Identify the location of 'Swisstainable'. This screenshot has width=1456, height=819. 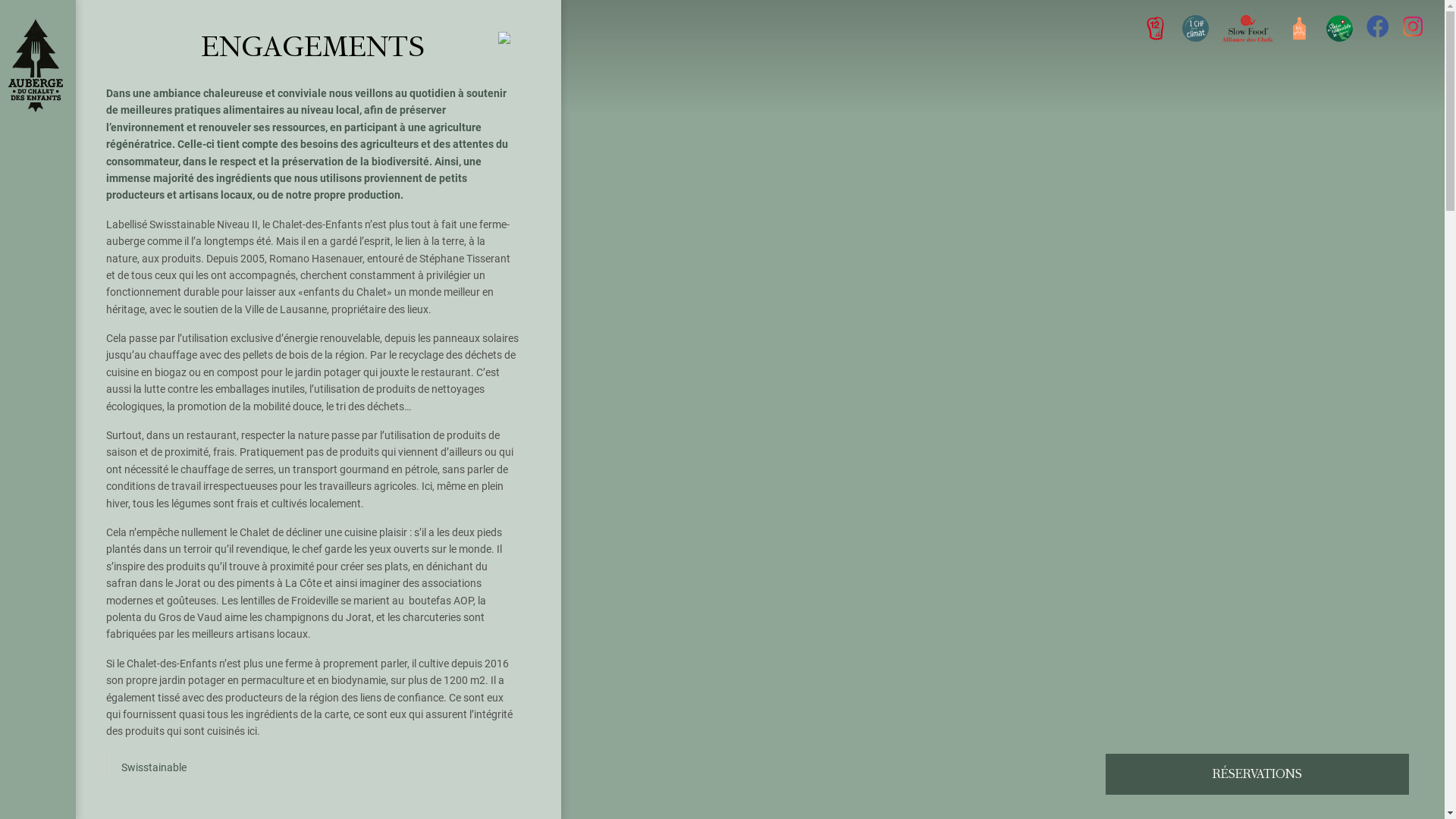
(153, 767).